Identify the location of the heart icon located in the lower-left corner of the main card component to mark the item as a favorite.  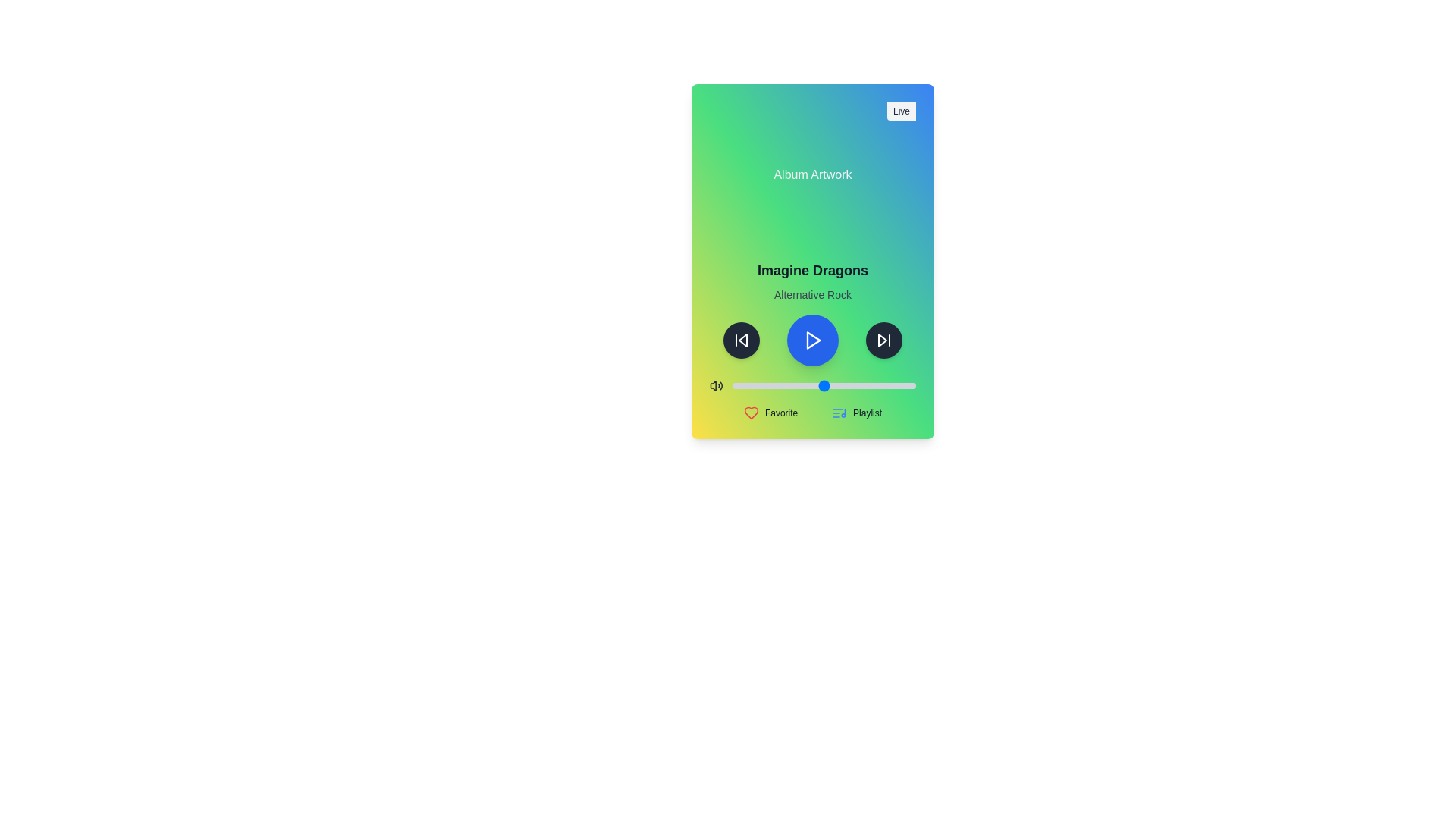
(751, 413).